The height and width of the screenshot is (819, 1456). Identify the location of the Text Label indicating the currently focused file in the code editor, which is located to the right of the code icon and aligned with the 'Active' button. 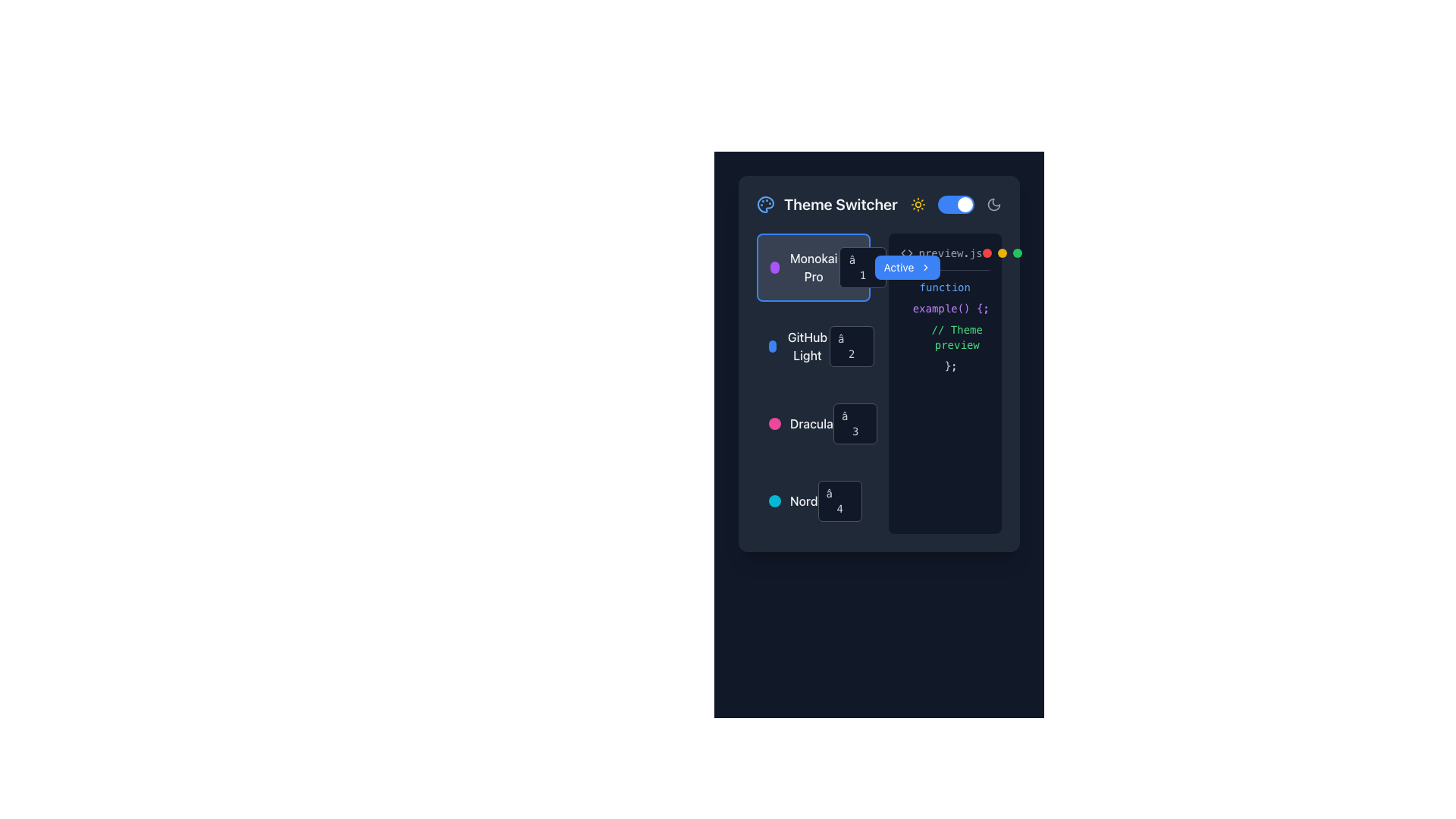
(949, 253).